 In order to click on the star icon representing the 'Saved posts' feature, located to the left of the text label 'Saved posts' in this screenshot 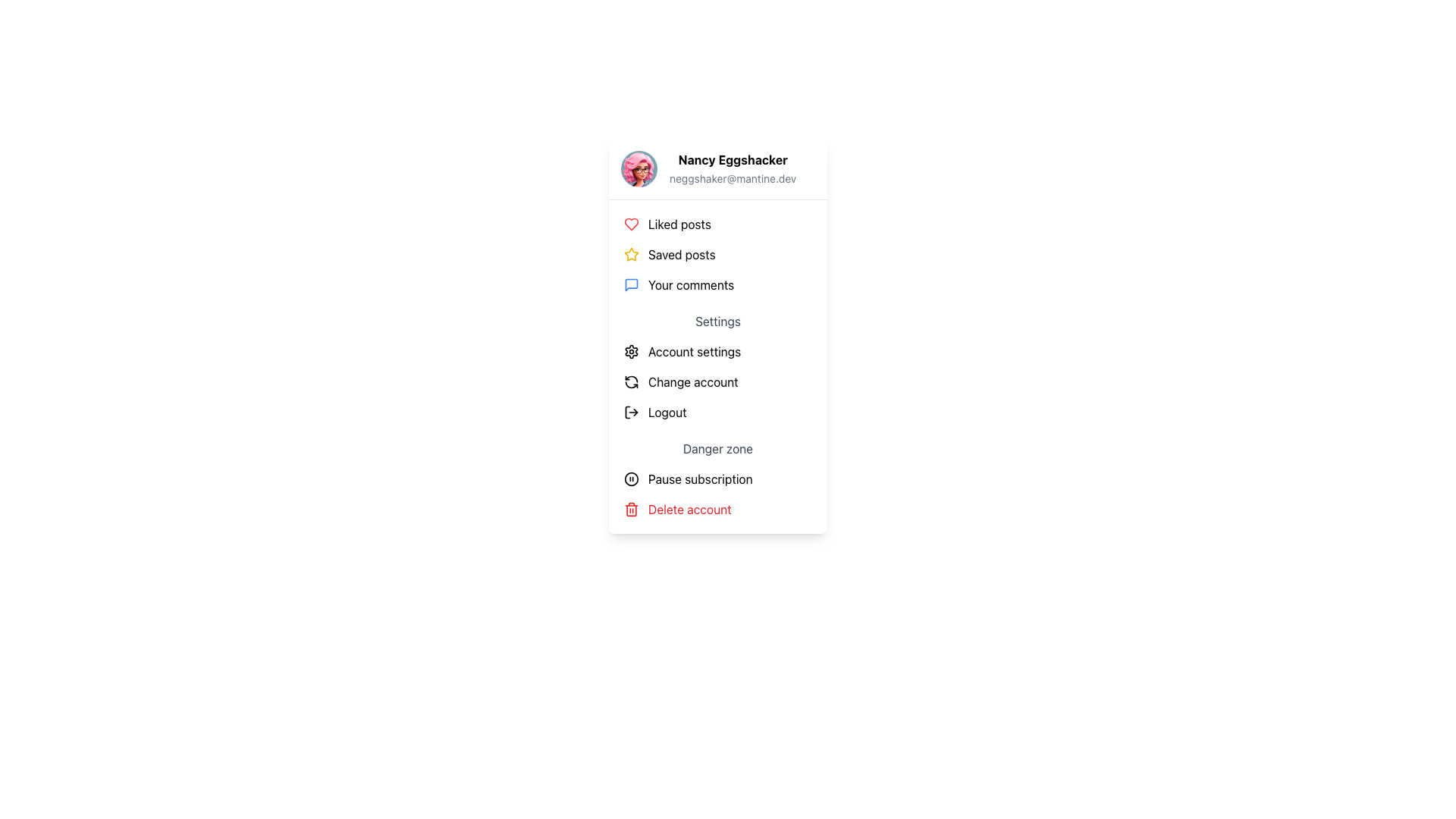, I will do `click(632, 253)`.